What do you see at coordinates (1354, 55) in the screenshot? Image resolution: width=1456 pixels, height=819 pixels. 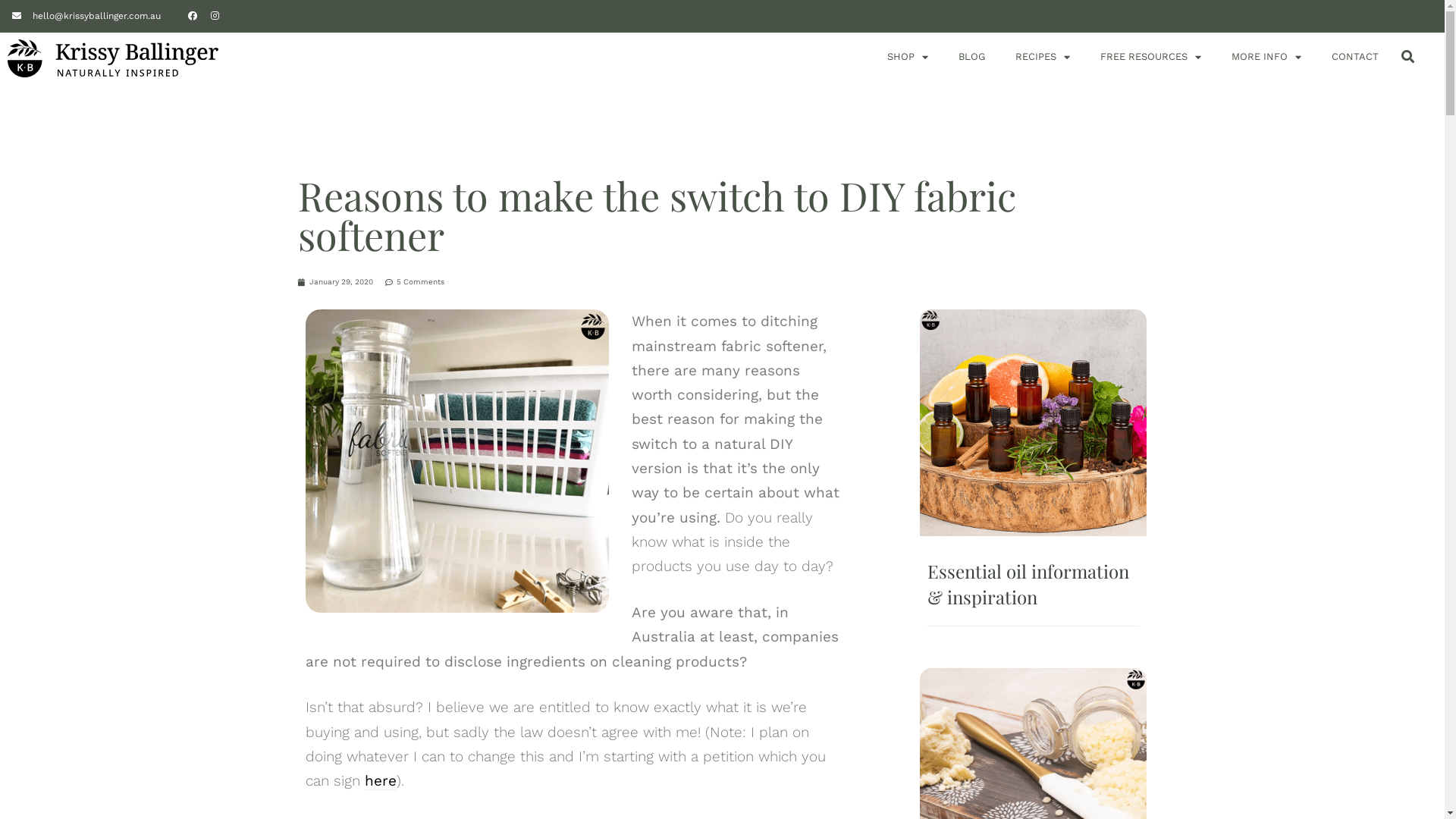 I see `'CONTACT'` at bounding box center [1354, 55].